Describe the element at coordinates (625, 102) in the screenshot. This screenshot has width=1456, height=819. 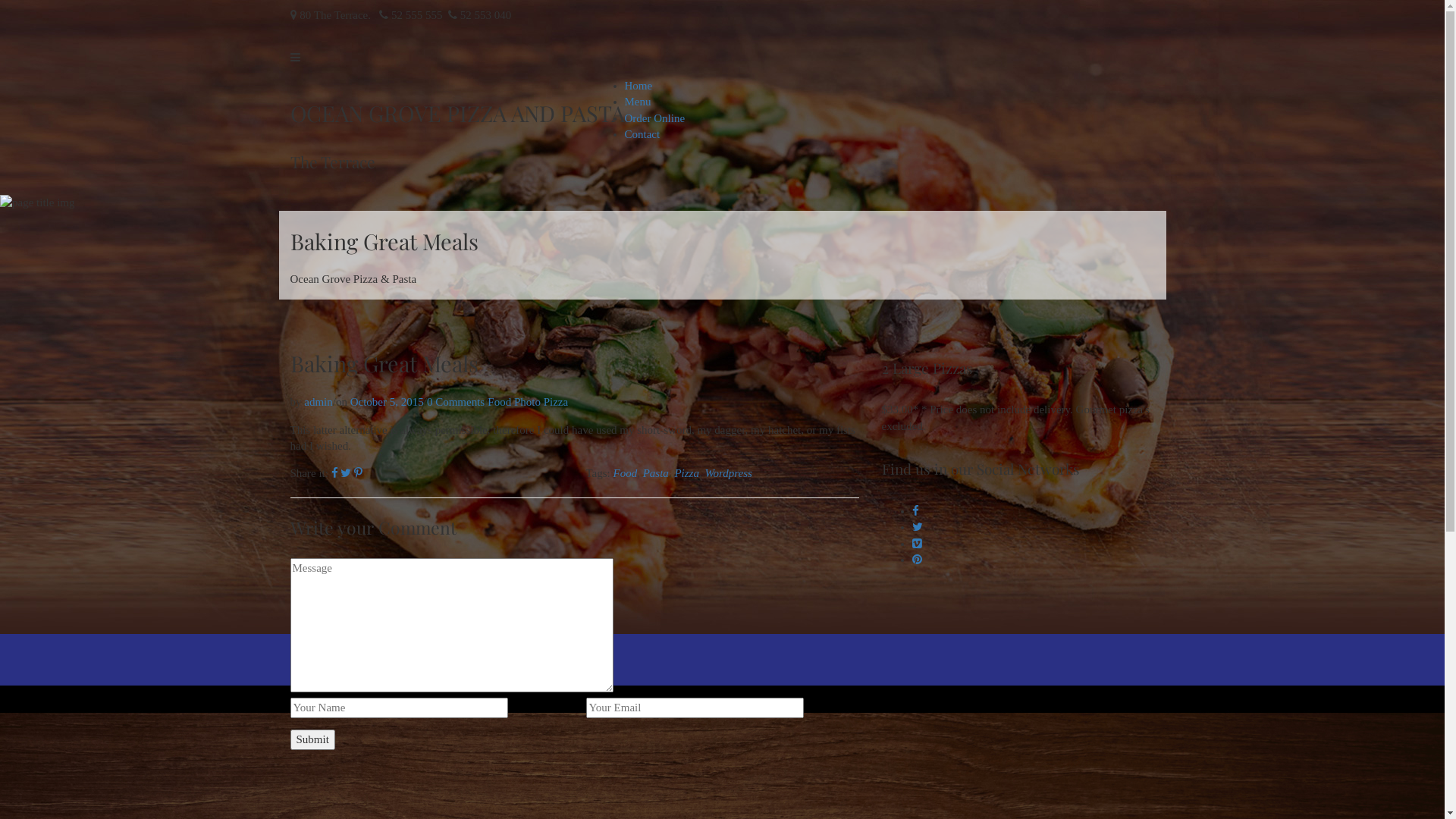
I see `'Menu'` at that location.